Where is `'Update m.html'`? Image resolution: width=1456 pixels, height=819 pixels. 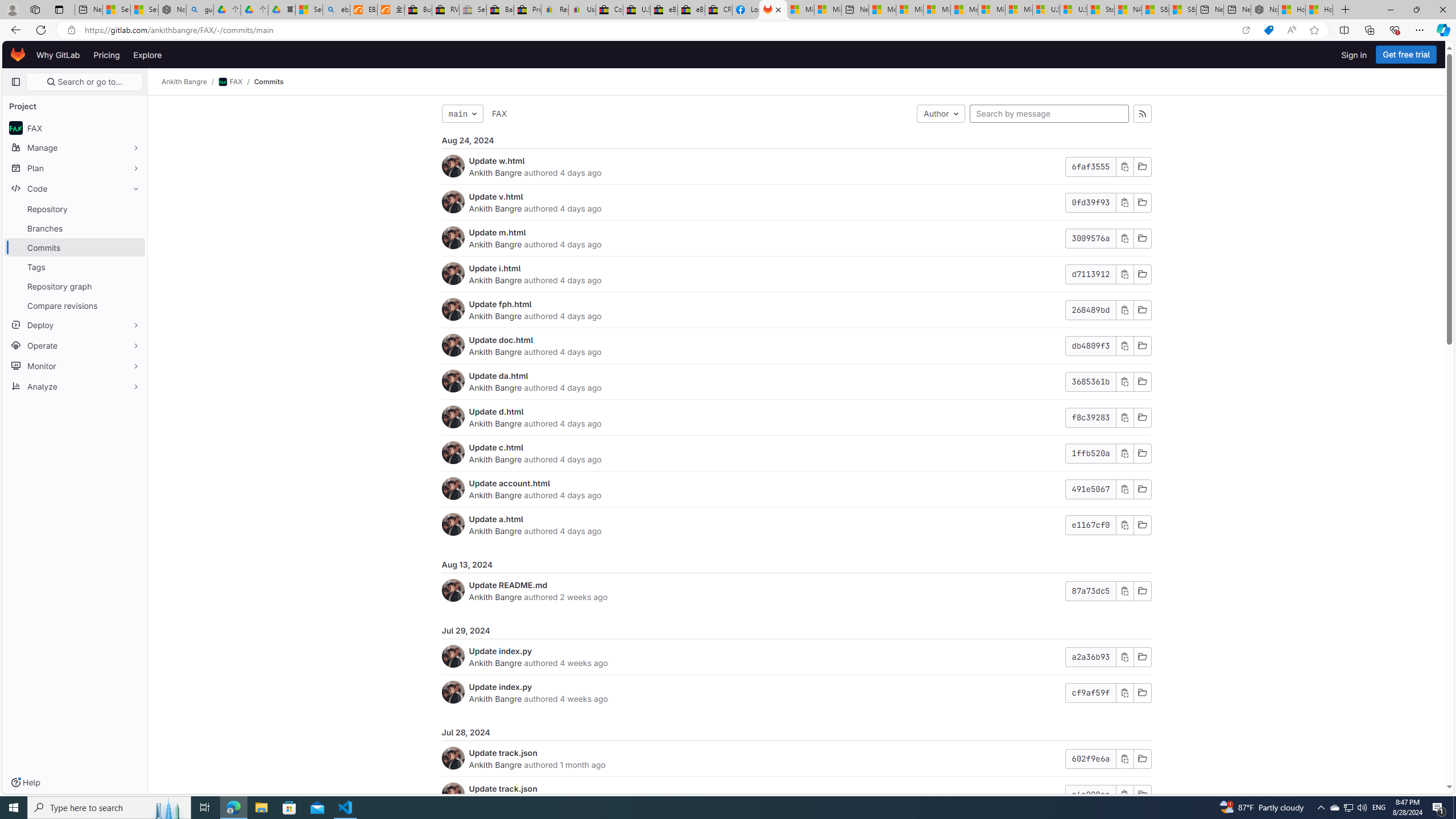
'Update m.html' is located at coordinates (497, 231).